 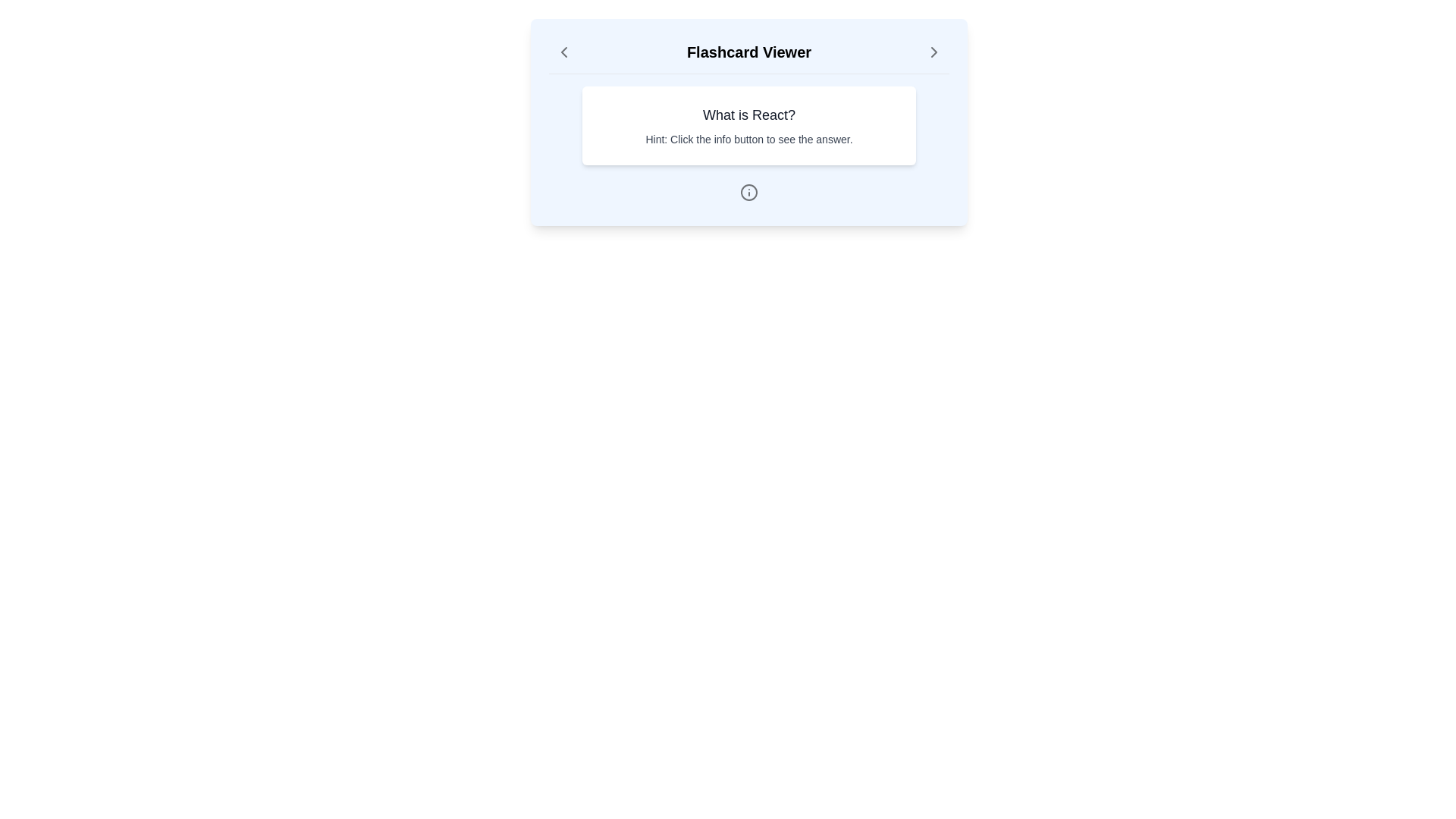 What do you see at coordinates (749, 140) in the screenshot?
I see `the informational text element that provides additional guidance below the 'What is React?' text in the centered card` at bounding box center [749, 140].